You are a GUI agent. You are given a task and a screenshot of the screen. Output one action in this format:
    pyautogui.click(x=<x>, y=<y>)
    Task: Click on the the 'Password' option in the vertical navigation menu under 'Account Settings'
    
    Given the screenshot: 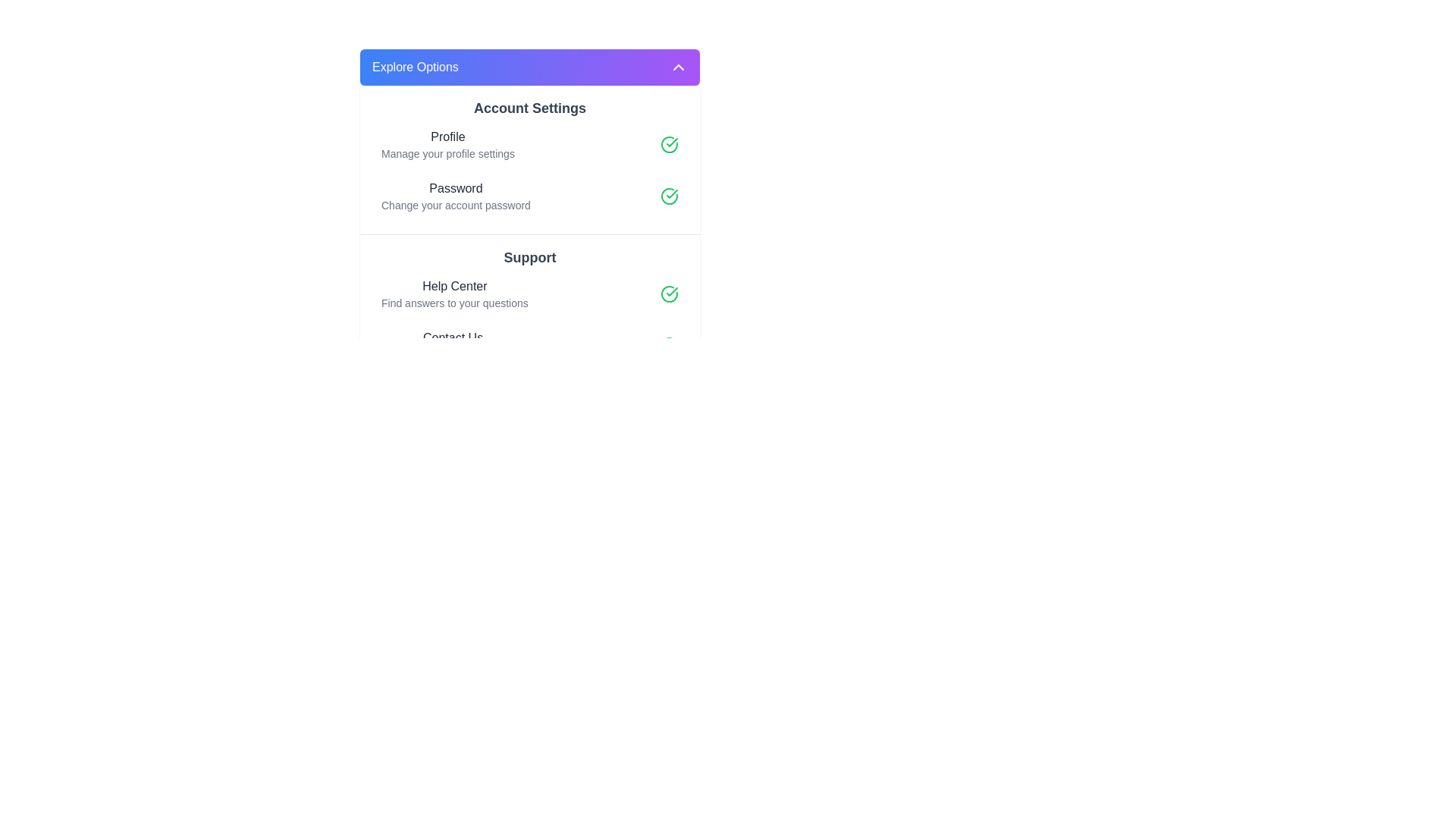 What is the action you would take?
    pyautogui.click(x=530, y=195)
    